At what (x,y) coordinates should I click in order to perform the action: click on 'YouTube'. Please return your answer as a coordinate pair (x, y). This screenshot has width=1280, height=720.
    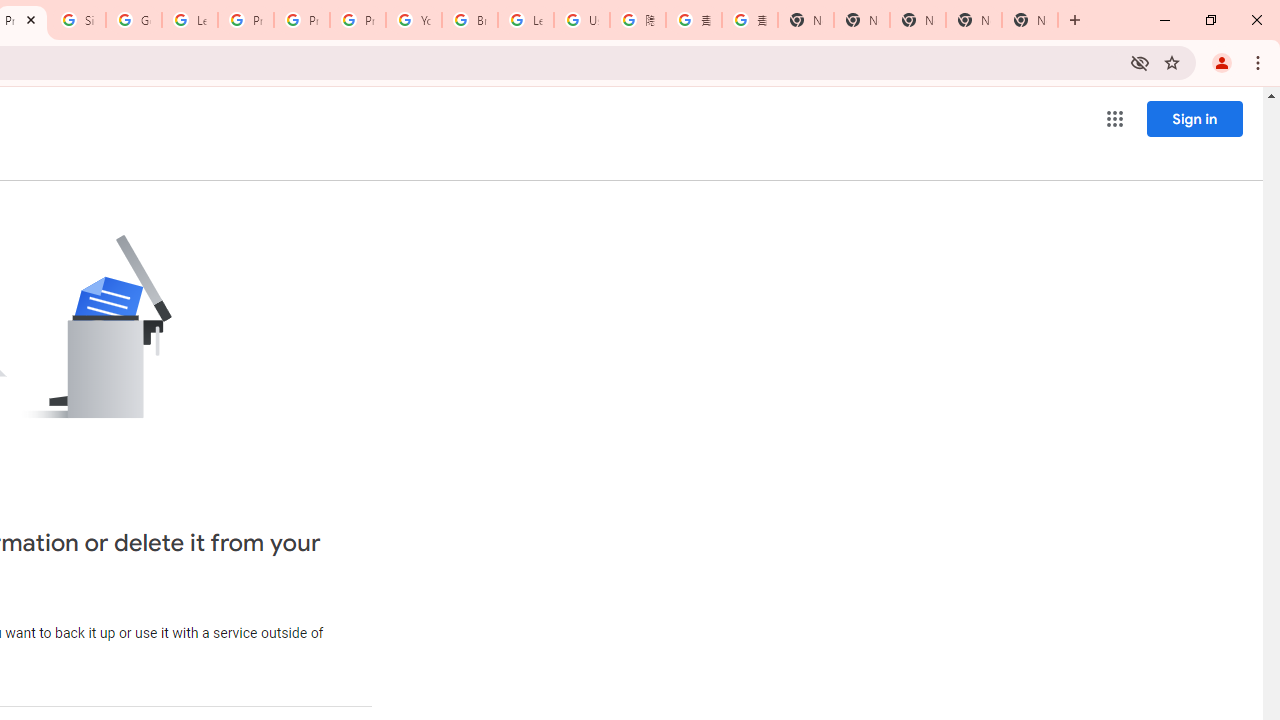
    Looking at the image, I should click on (413, 20).